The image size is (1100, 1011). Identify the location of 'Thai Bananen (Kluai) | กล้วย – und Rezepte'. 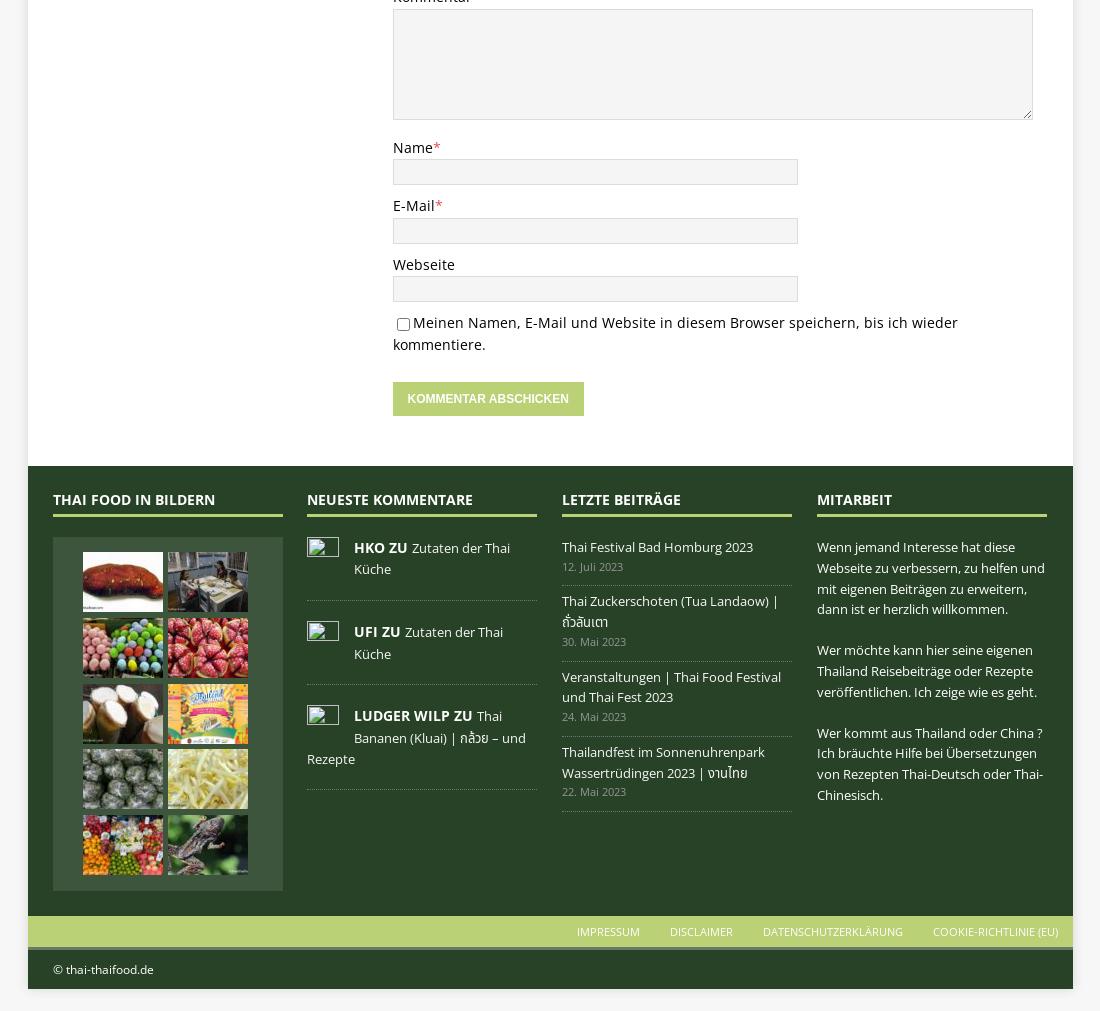
(415, 736).